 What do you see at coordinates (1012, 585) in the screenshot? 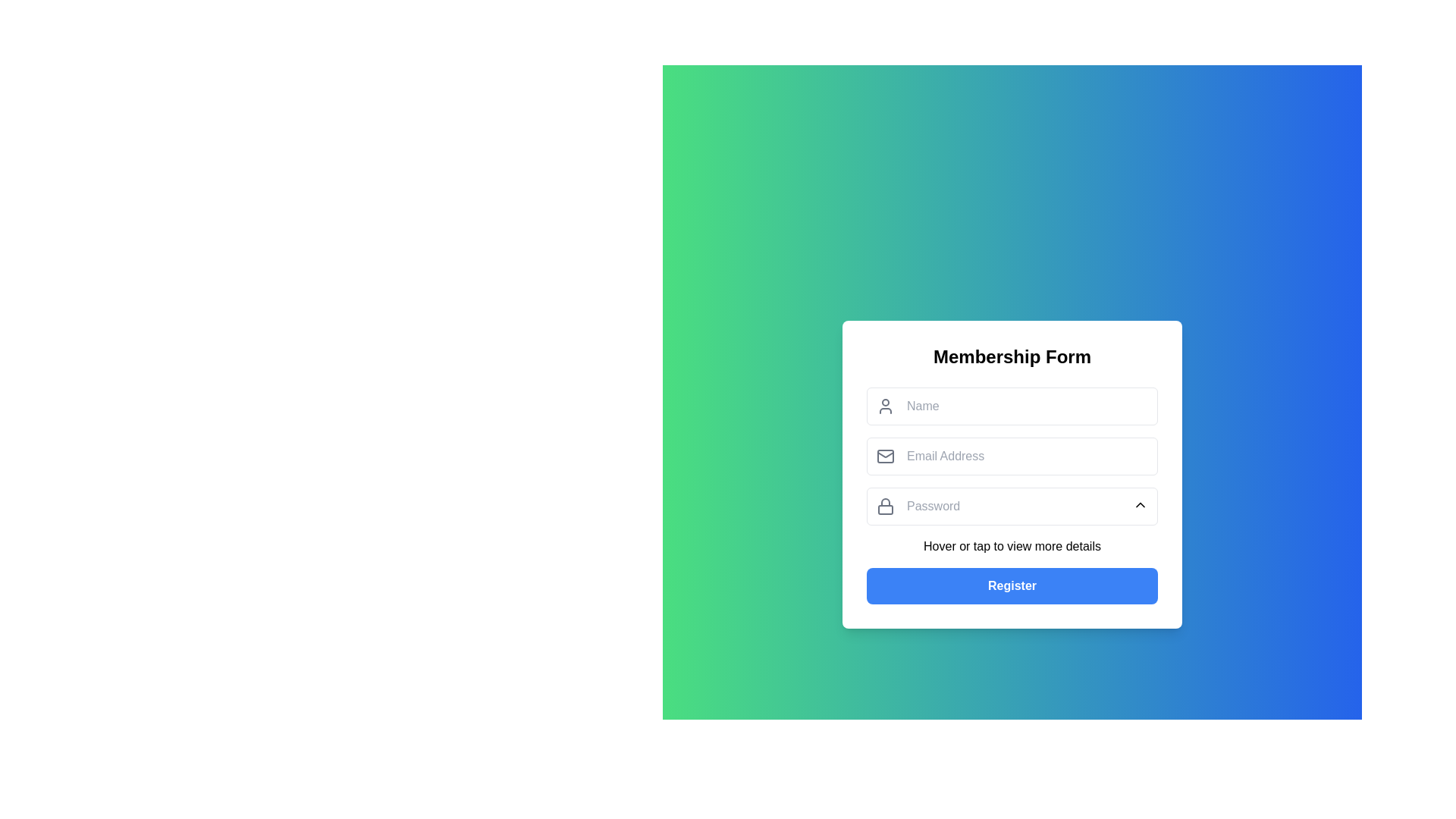
I see `the registration button located at the bottom of the form` at bounding box center [1012, 585].